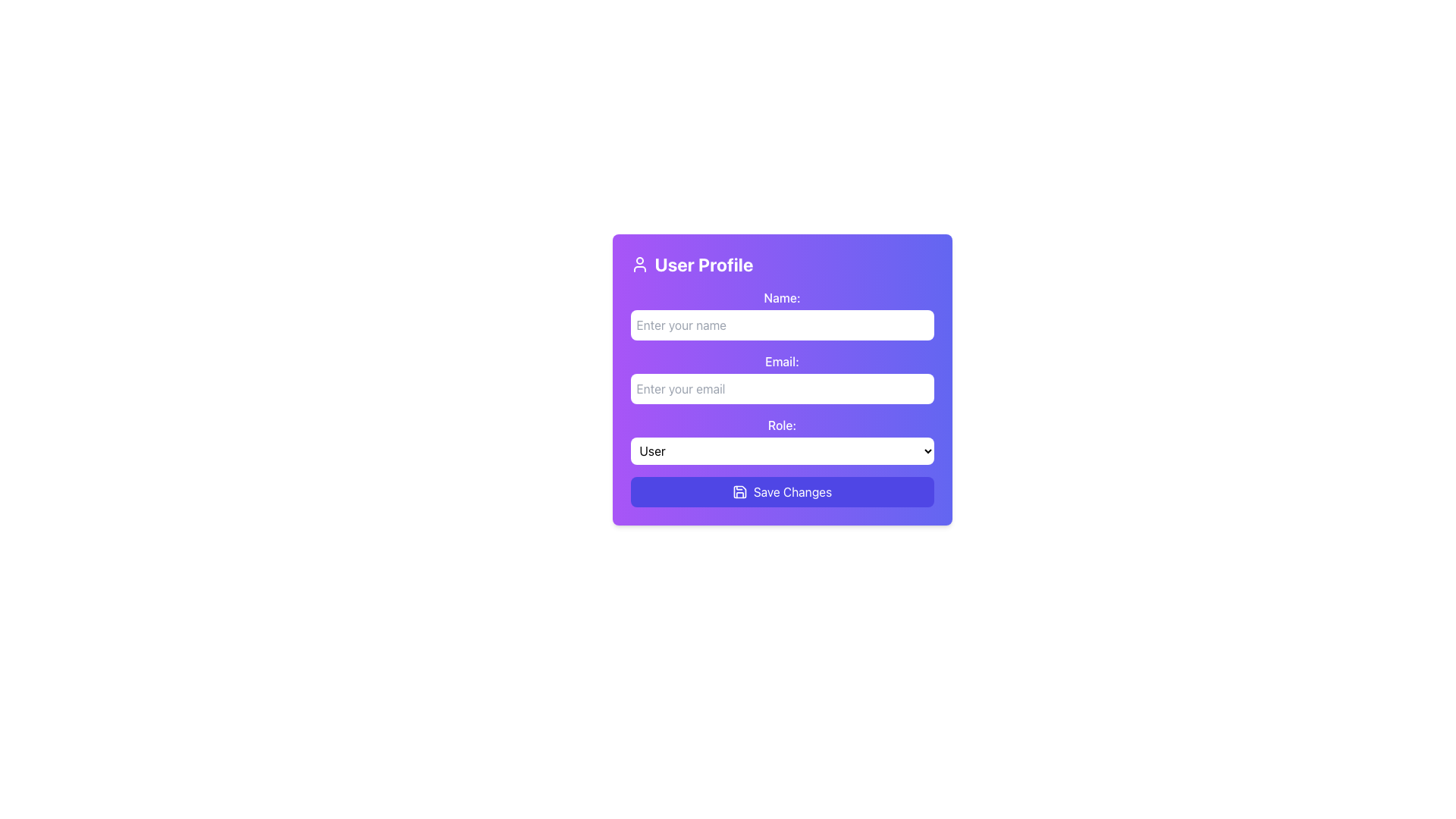  What do you see at coordinates (639, 263) in the screenshot?
I see `the user profile icon located in the top-left corner of the purple card interface, which is positioned left of the text 'User Profile'` at bounding box center [639, 263].